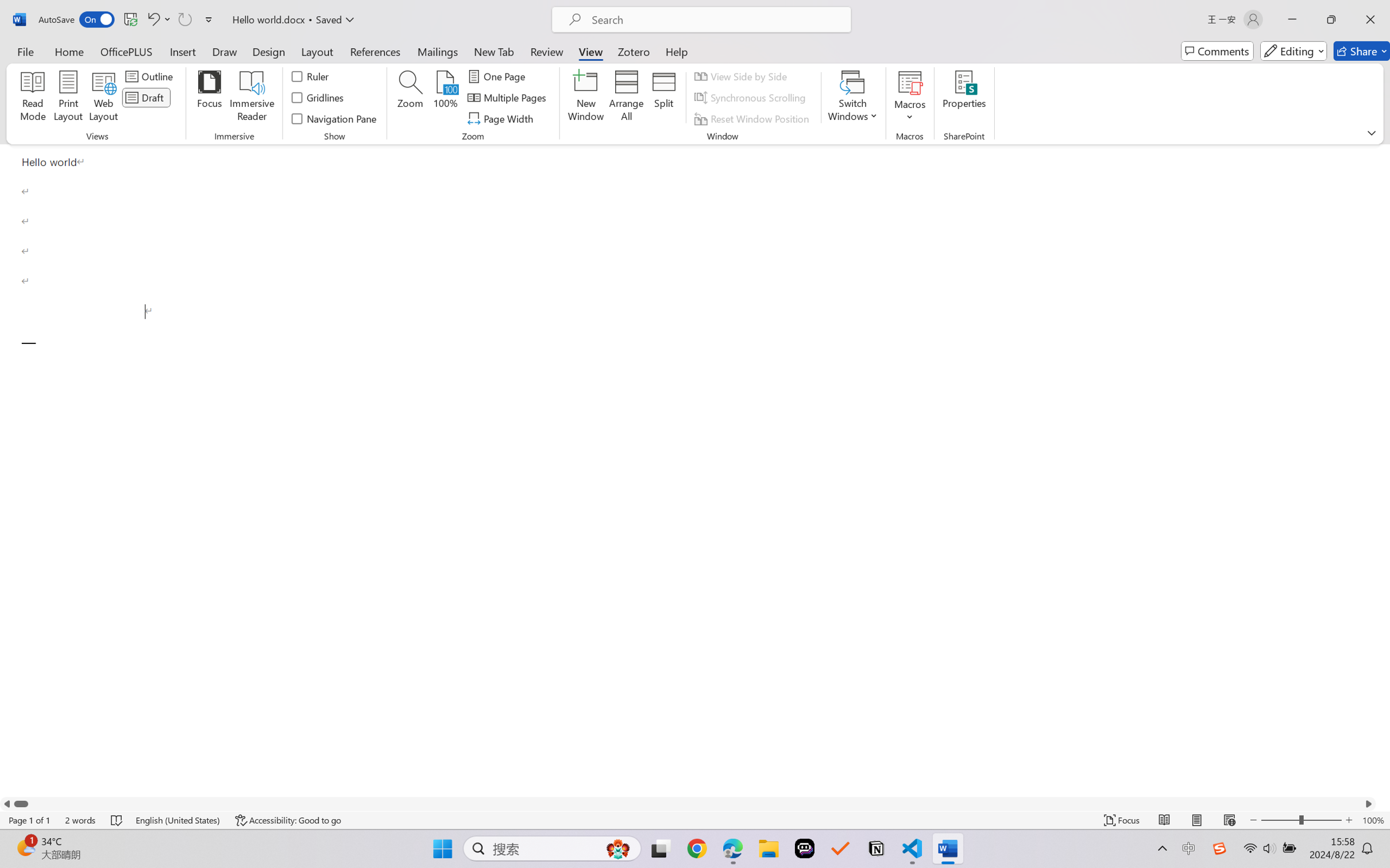  Describe the element at coordinates (1219, 848) in the screenshot. I see `'Class: Image'` at that location.